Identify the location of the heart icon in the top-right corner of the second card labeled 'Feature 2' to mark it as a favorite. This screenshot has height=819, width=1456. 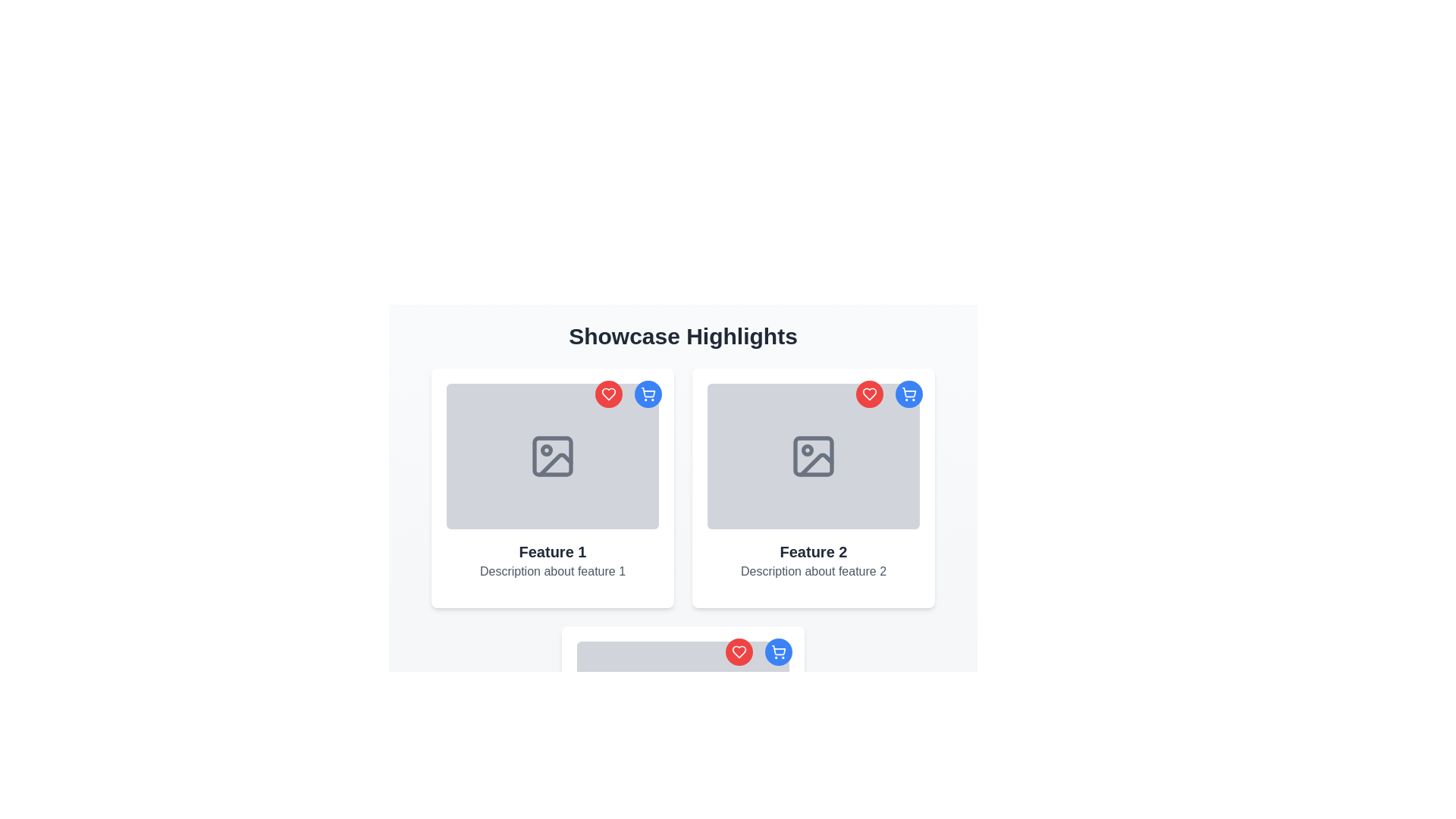
(739, 651).